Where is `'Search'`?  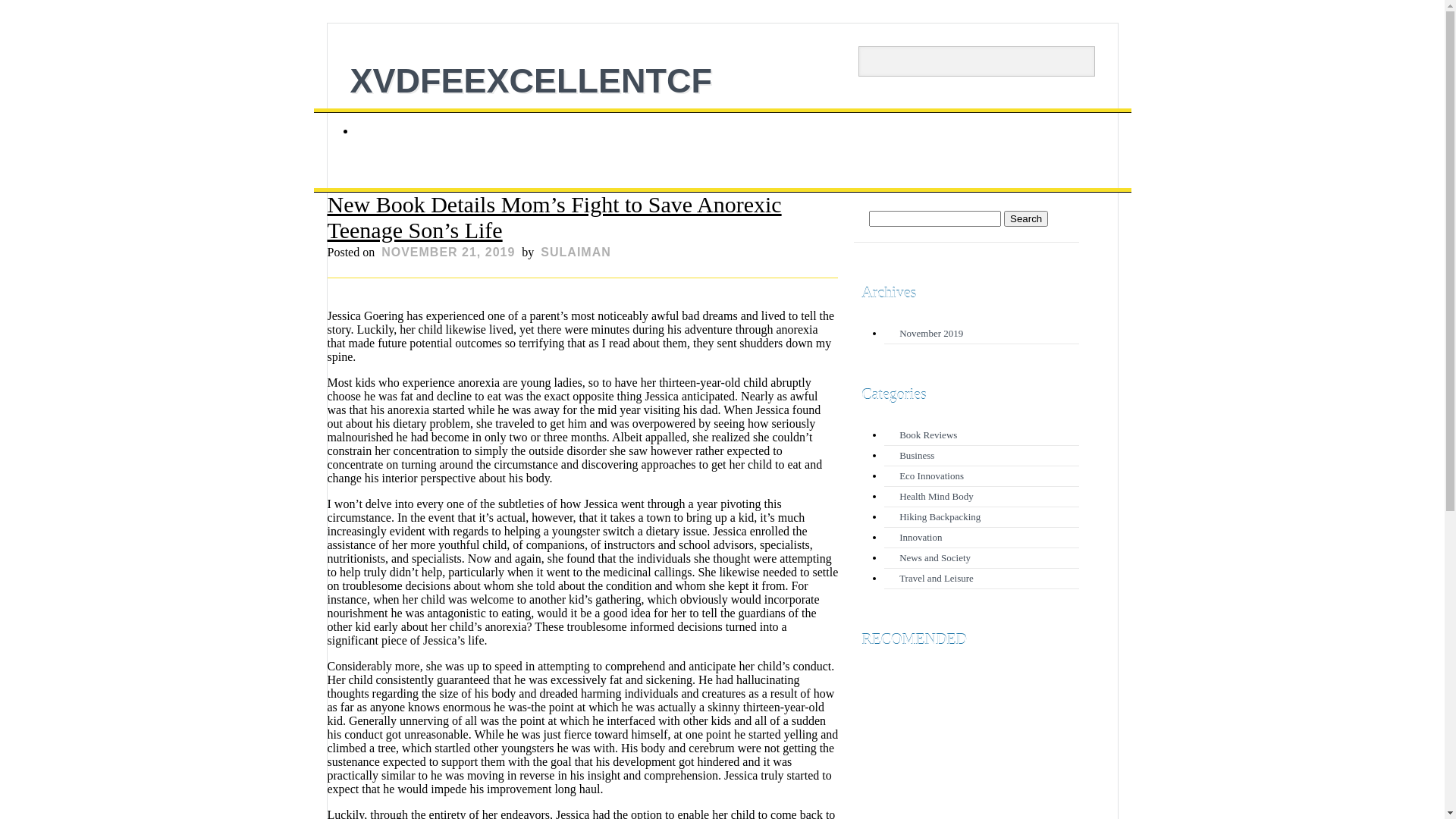
'Search' is located at coordinates (1026, 218).